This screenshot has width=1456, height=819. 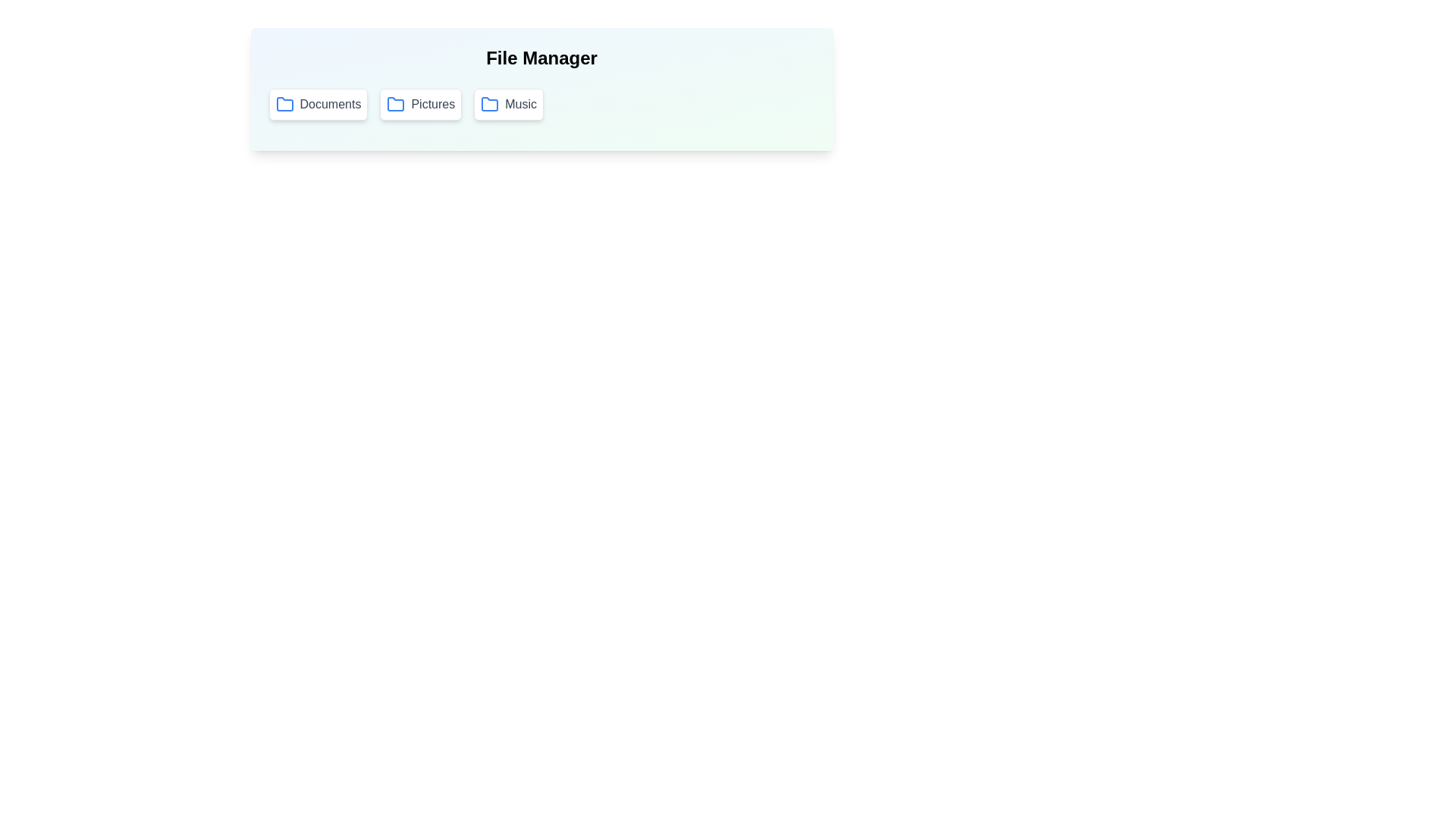 I want to click on the folder button labeled Documents, so click(x=317, y=104).